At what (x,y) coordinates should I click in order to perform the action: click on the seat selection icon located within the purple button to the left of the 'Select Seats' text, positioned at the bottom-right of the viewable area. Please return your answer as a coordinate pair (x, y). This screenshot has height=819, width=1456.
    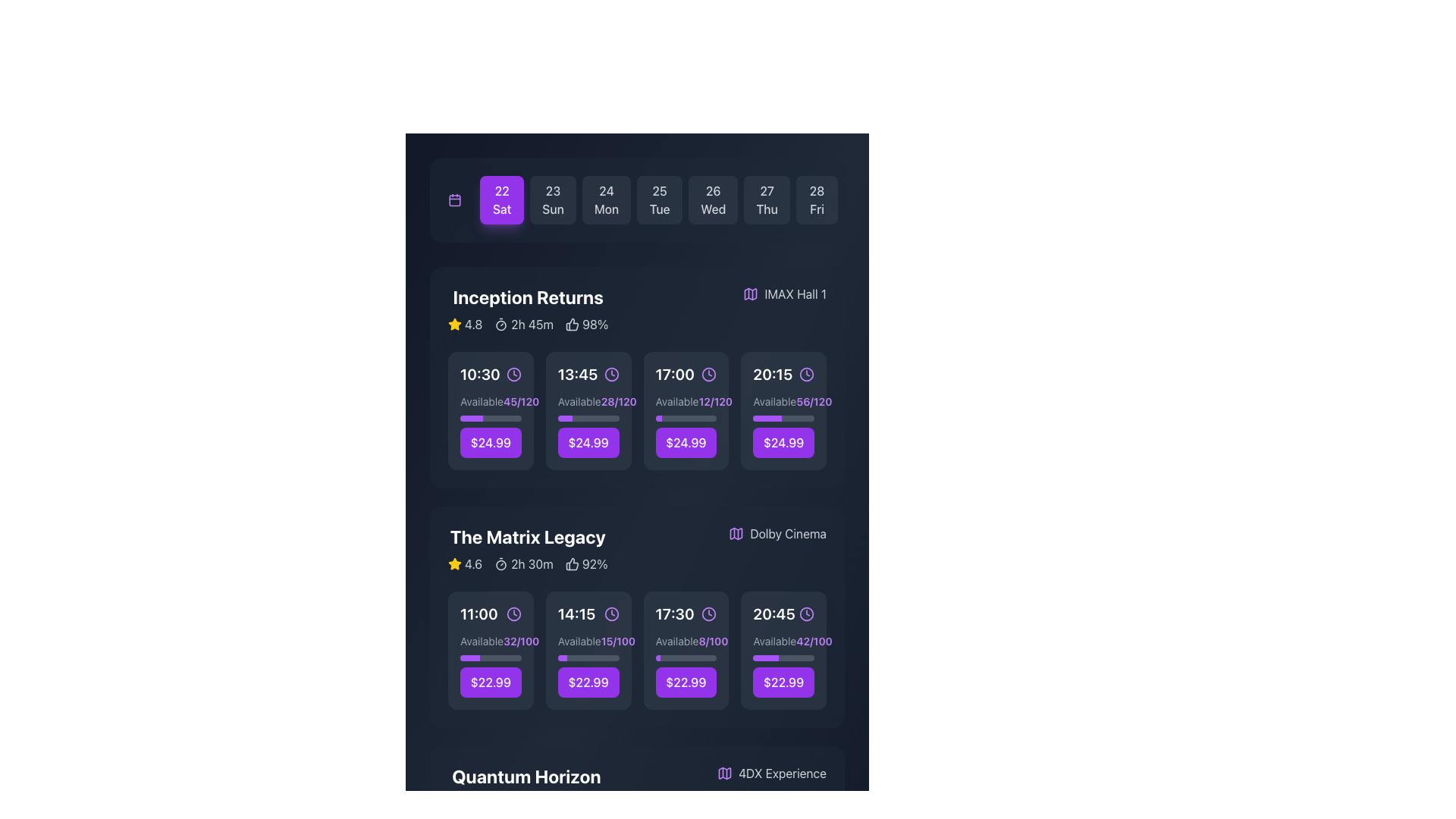
    Looking at the image, I should click on (466, 649).